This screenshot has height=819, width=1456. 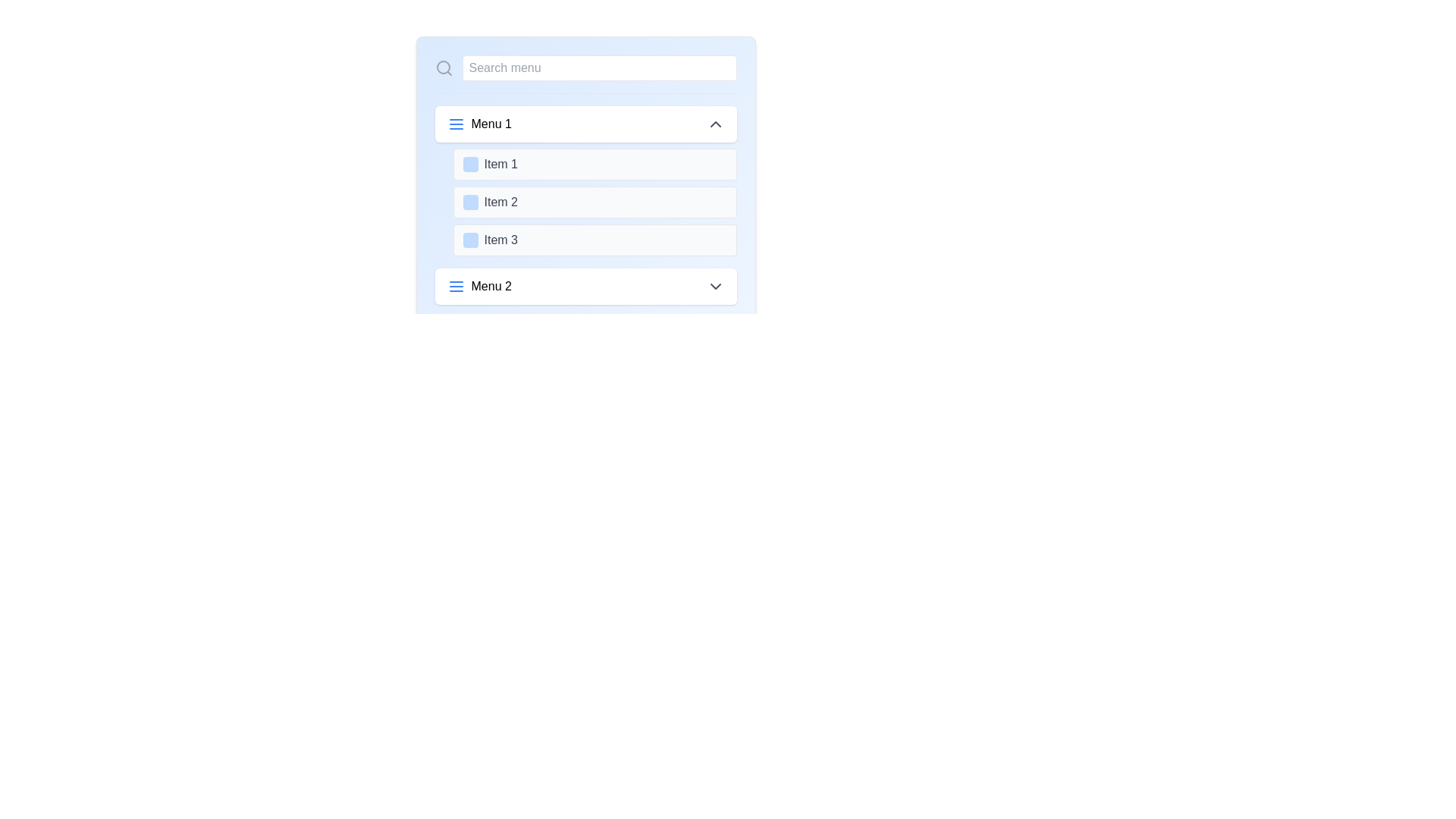 What do you see at coordinates (491, 287) in the screenshot?
I see `the position of the 'Menu 2' text label within the vertical list of menu options to understand the menu structure` at bounding box center [491, 287].